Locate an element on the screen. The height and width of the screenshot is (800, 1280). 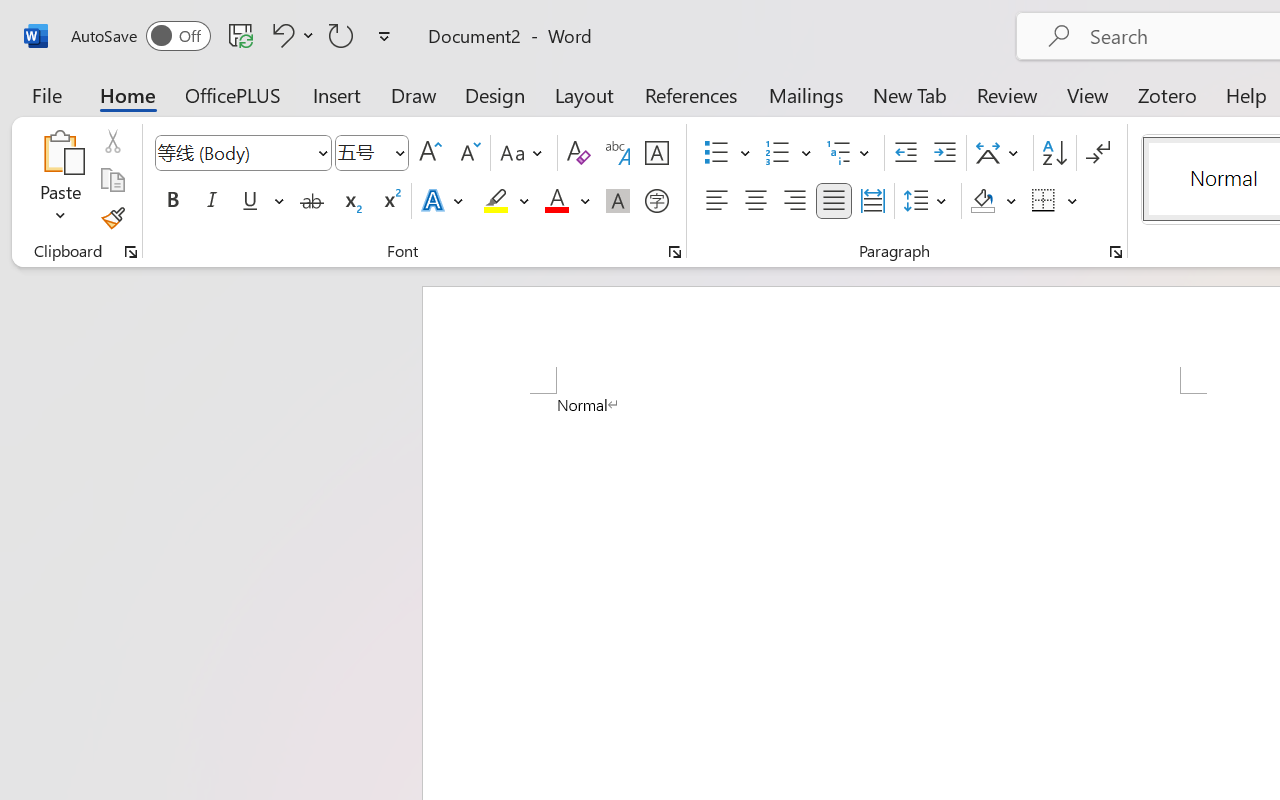
'Paste' is located at coordinates (60, 151).